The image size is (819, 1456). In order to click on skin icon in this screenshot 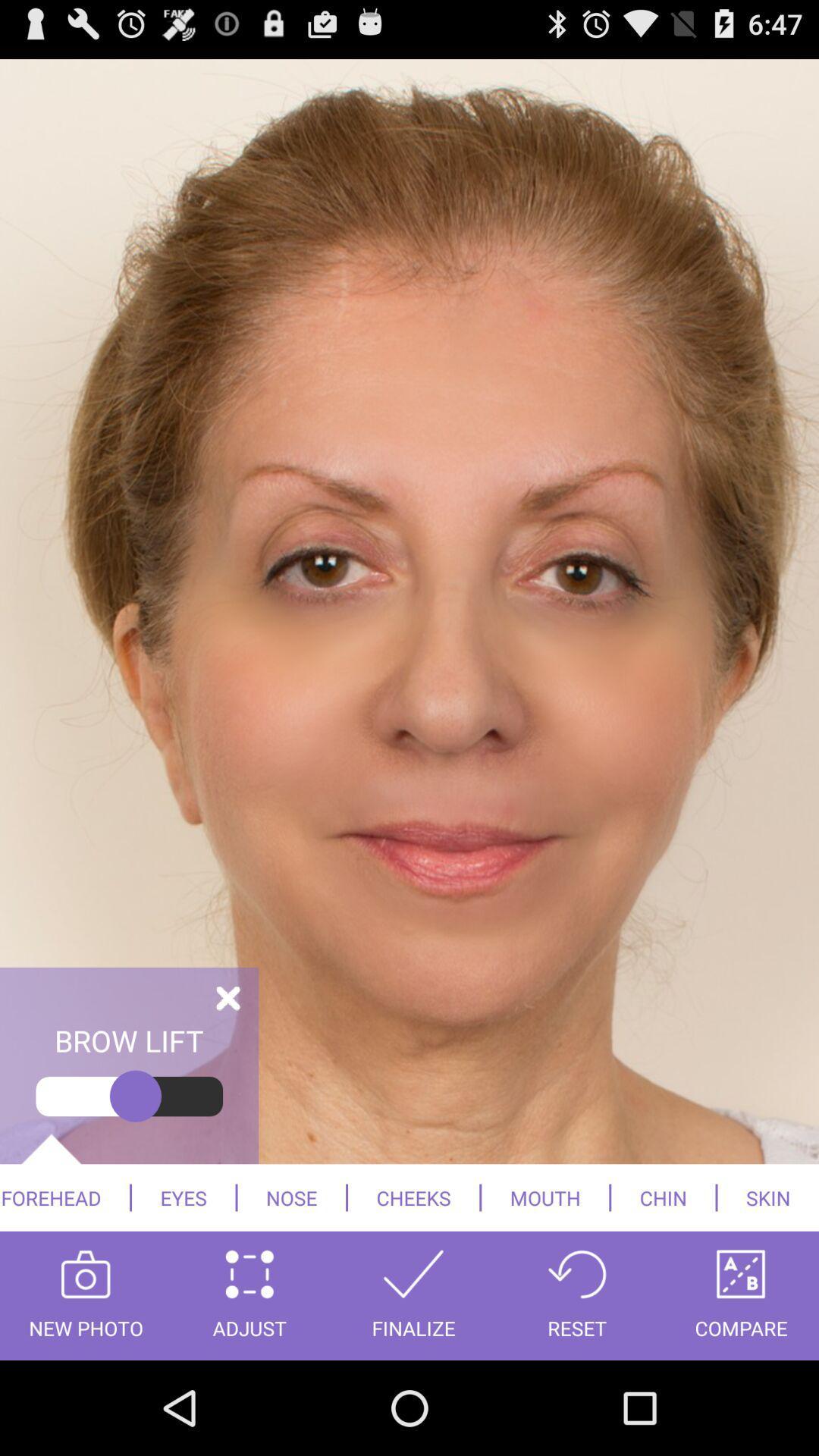, I will do `click(768, 1197)`.